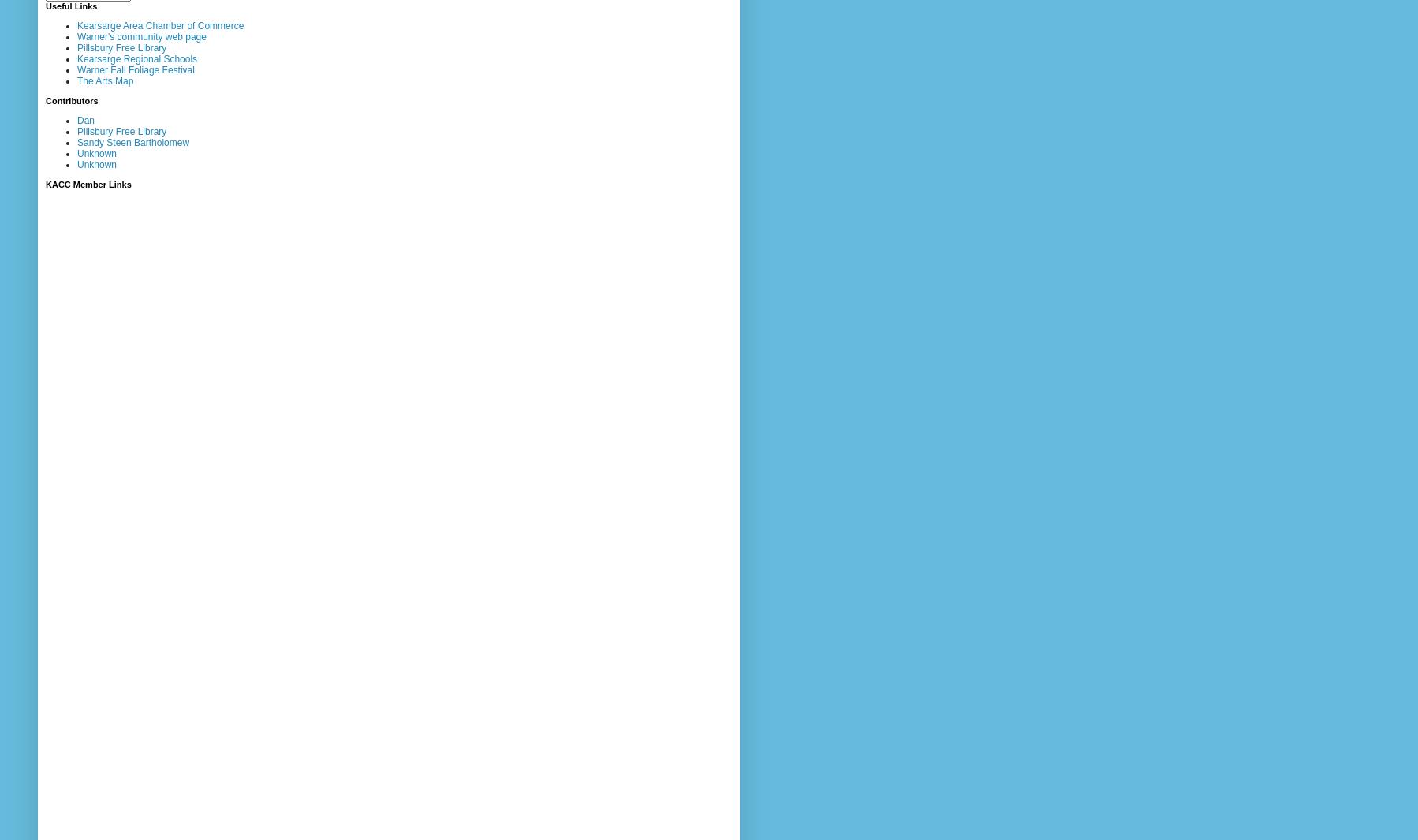 The image size is (1418, 840). What do you see at coordinates (70, 100) in the screenshot?
I see `'Contributors'` at bounding box center [70, 100].